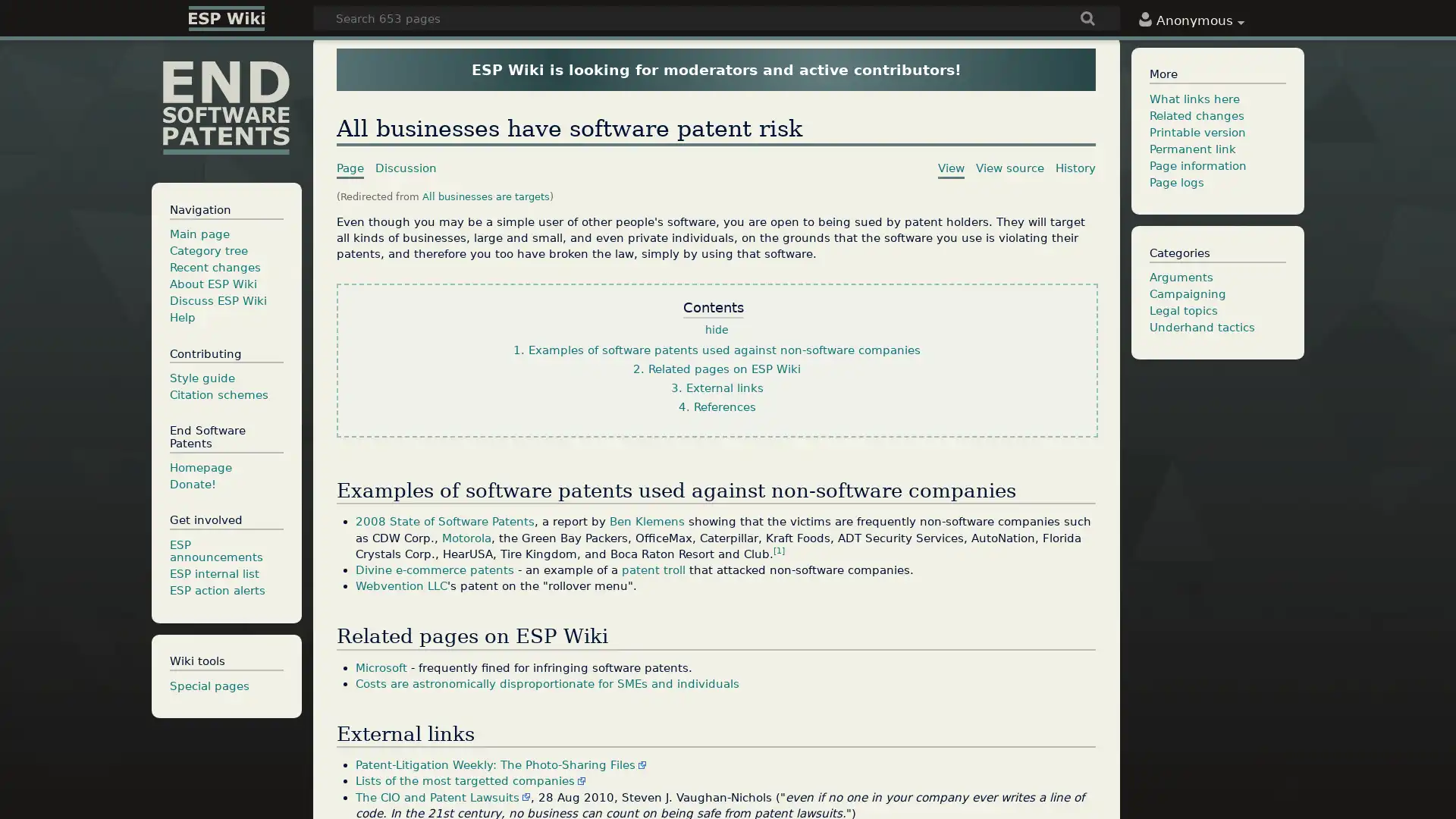 Image resolution: width=1456 pixels, height=819 pixels. Describe the element at coordinates (1087, 20) in the screenshot. I see `Go` at that location.